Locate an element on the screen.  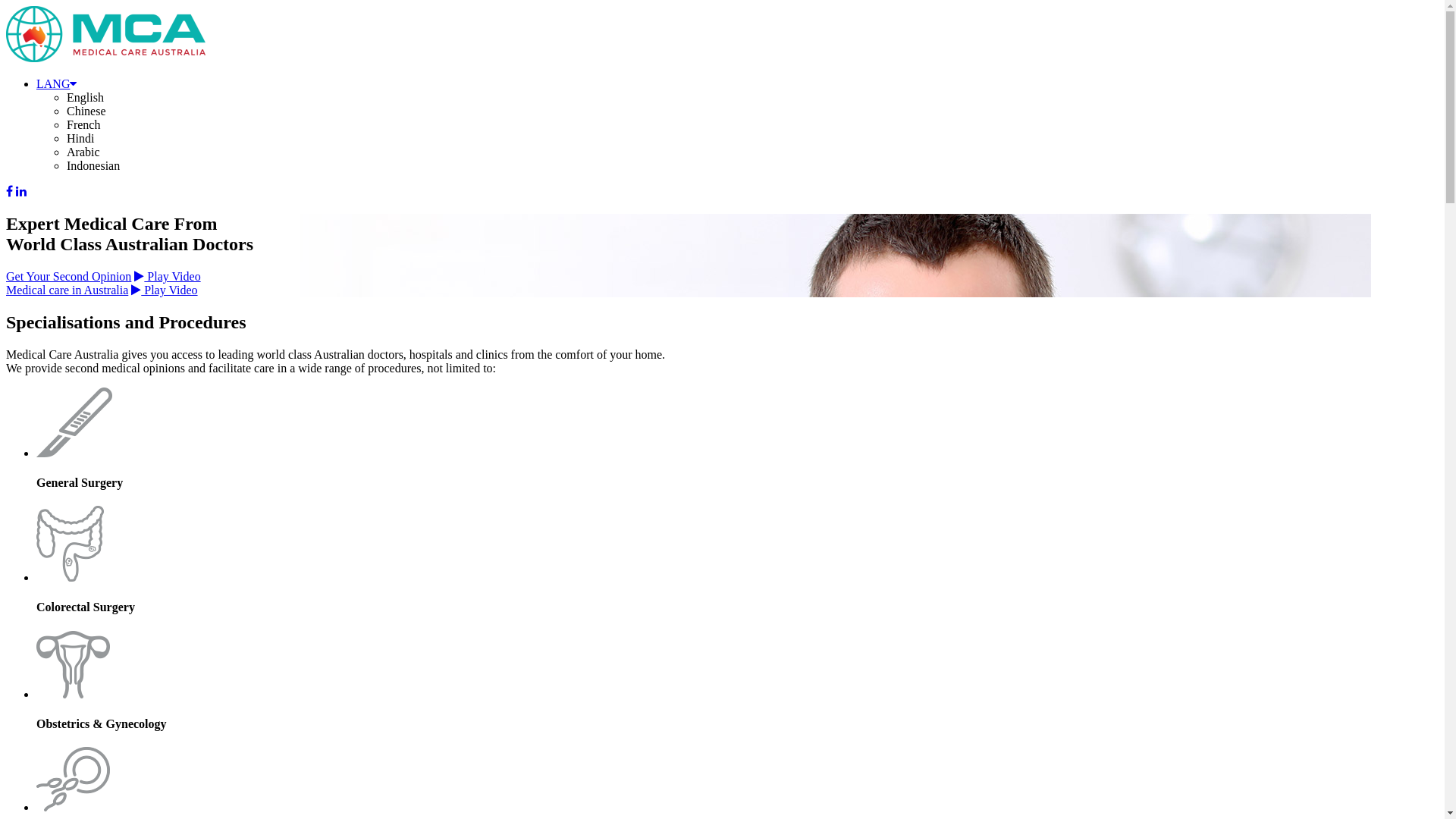
'LANG' is located at coordinates (56, 83).